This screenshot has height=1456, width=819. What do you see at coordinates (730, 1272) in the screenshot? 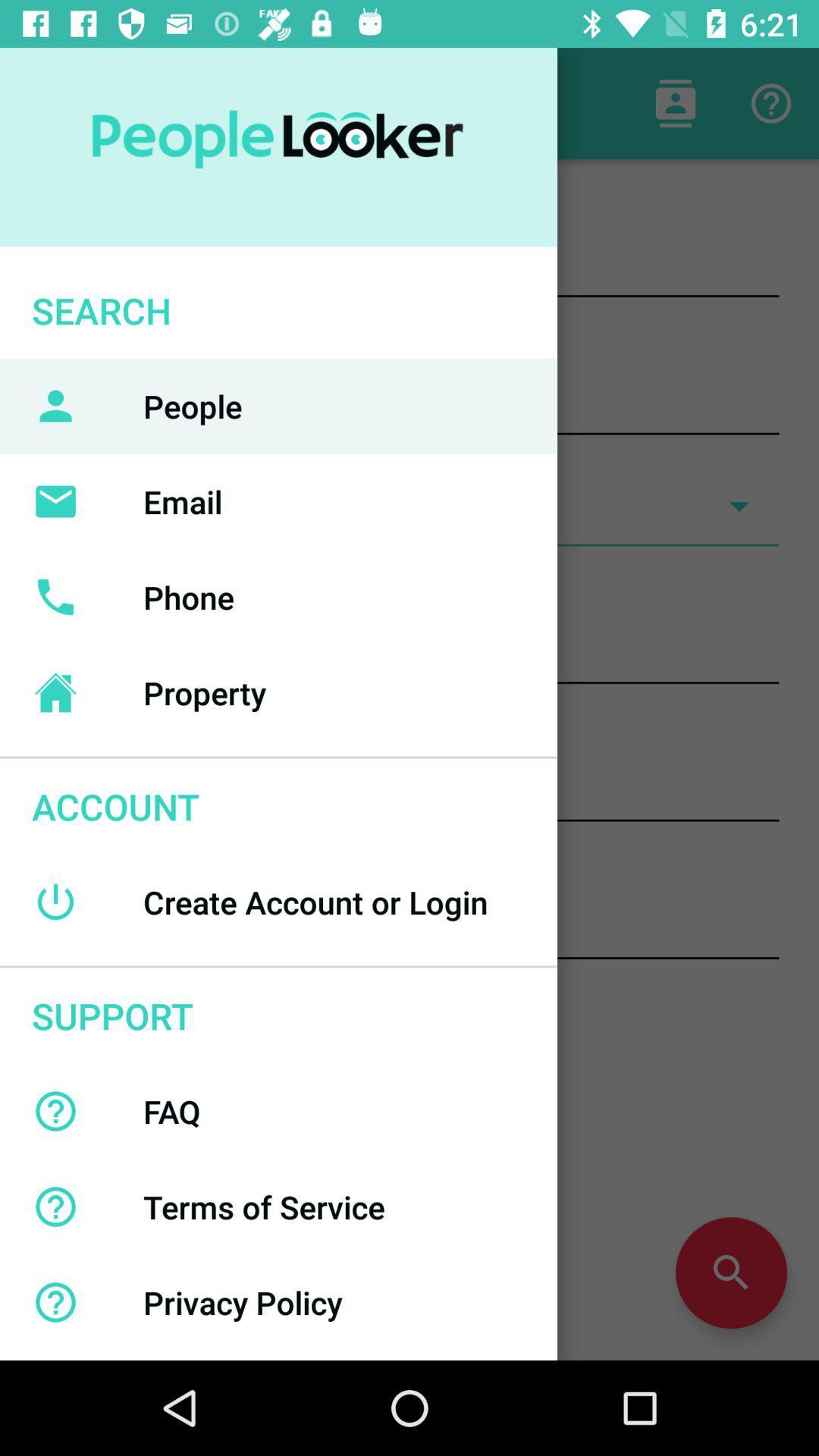
I see `the search icon` at bounding box center [730, 1272].